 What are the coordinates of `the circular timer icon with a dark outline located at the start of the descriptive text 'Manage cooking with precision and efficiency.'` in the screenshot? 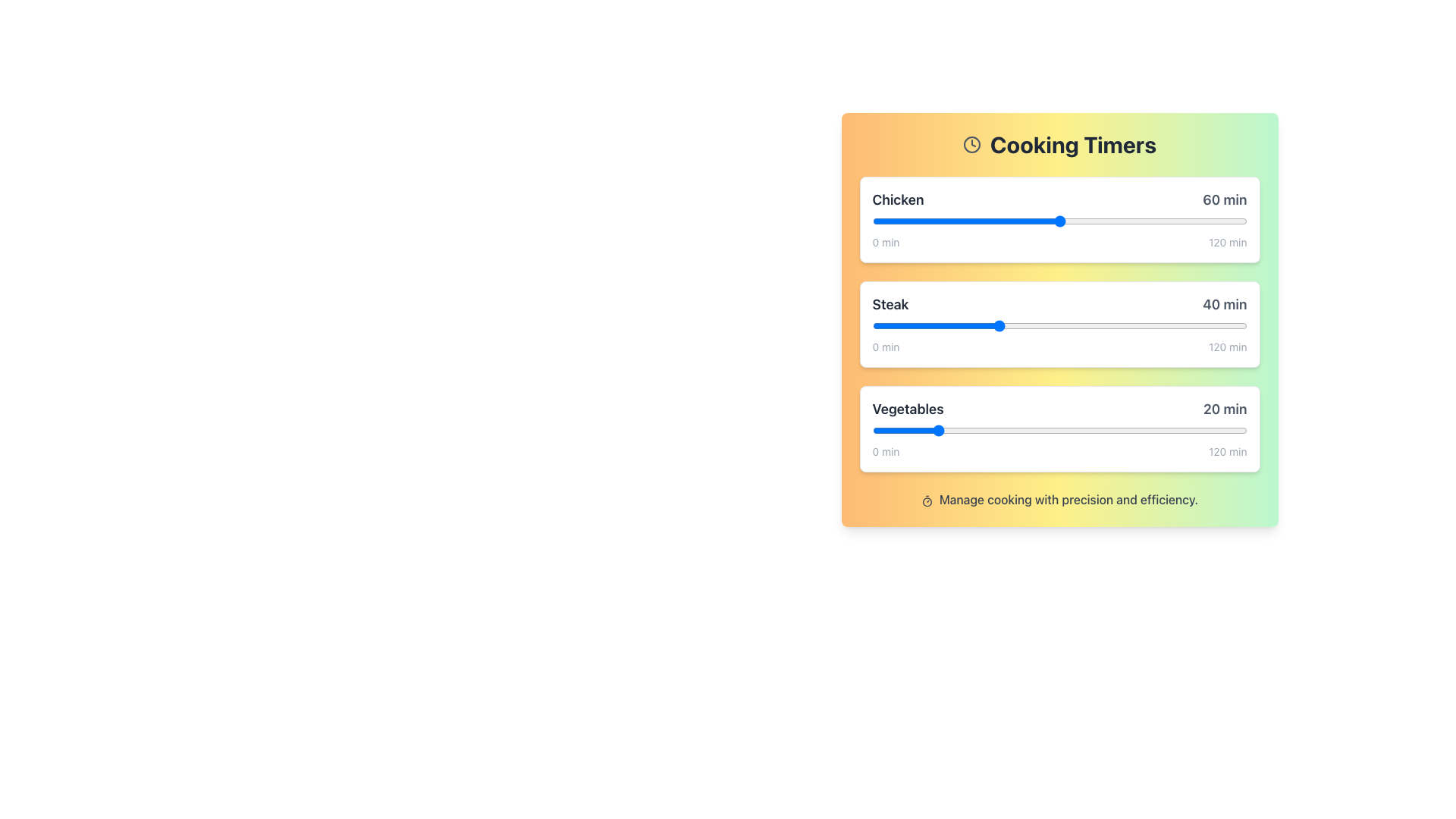 It's located at (926, 500).